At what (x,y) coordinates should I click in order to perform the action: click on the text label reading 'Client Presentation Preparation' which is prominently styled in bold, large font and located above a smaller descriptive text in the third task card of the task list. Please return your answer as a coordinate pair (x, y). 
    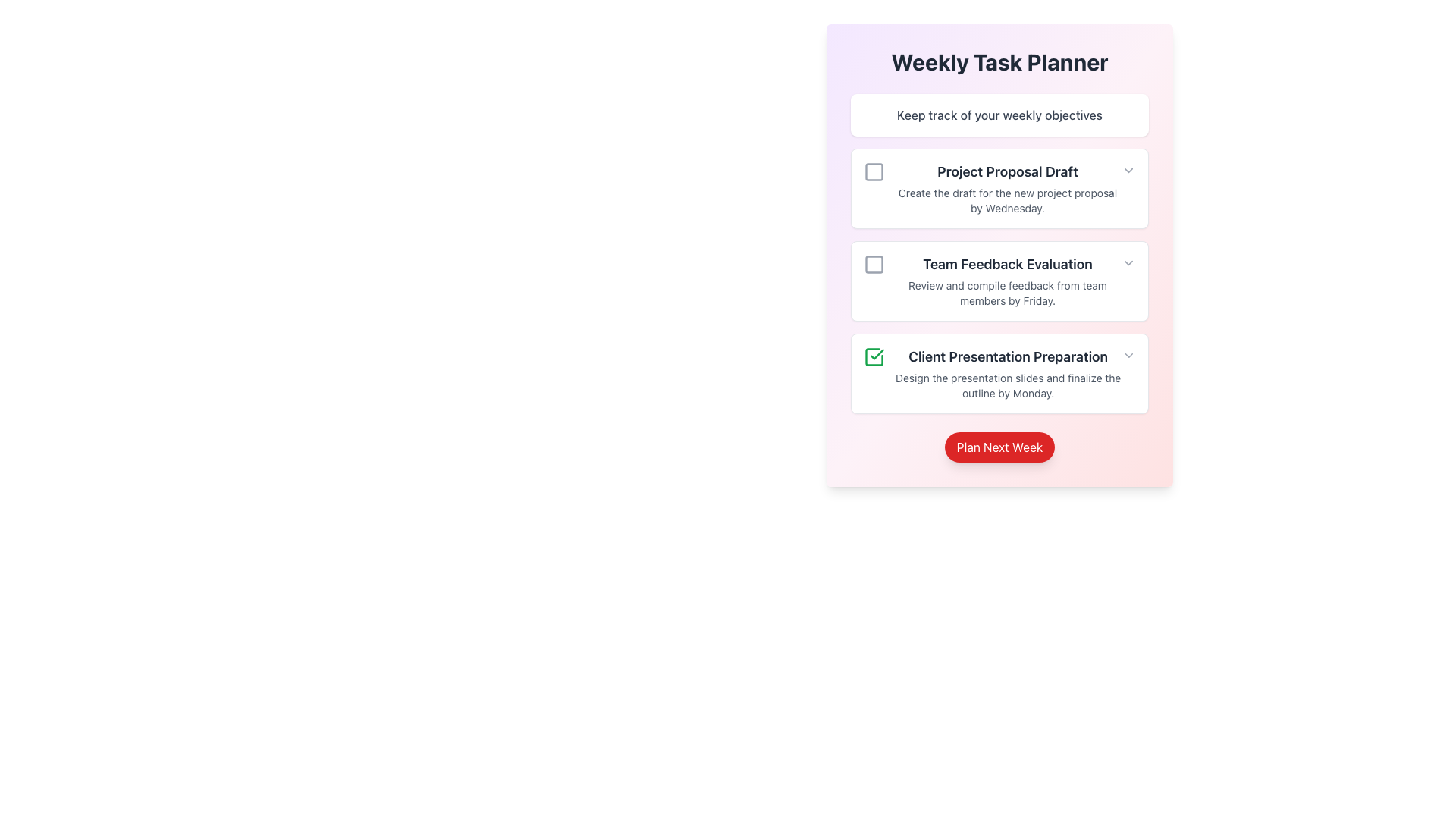
    Looking at the image, I should click on (1008, 356).